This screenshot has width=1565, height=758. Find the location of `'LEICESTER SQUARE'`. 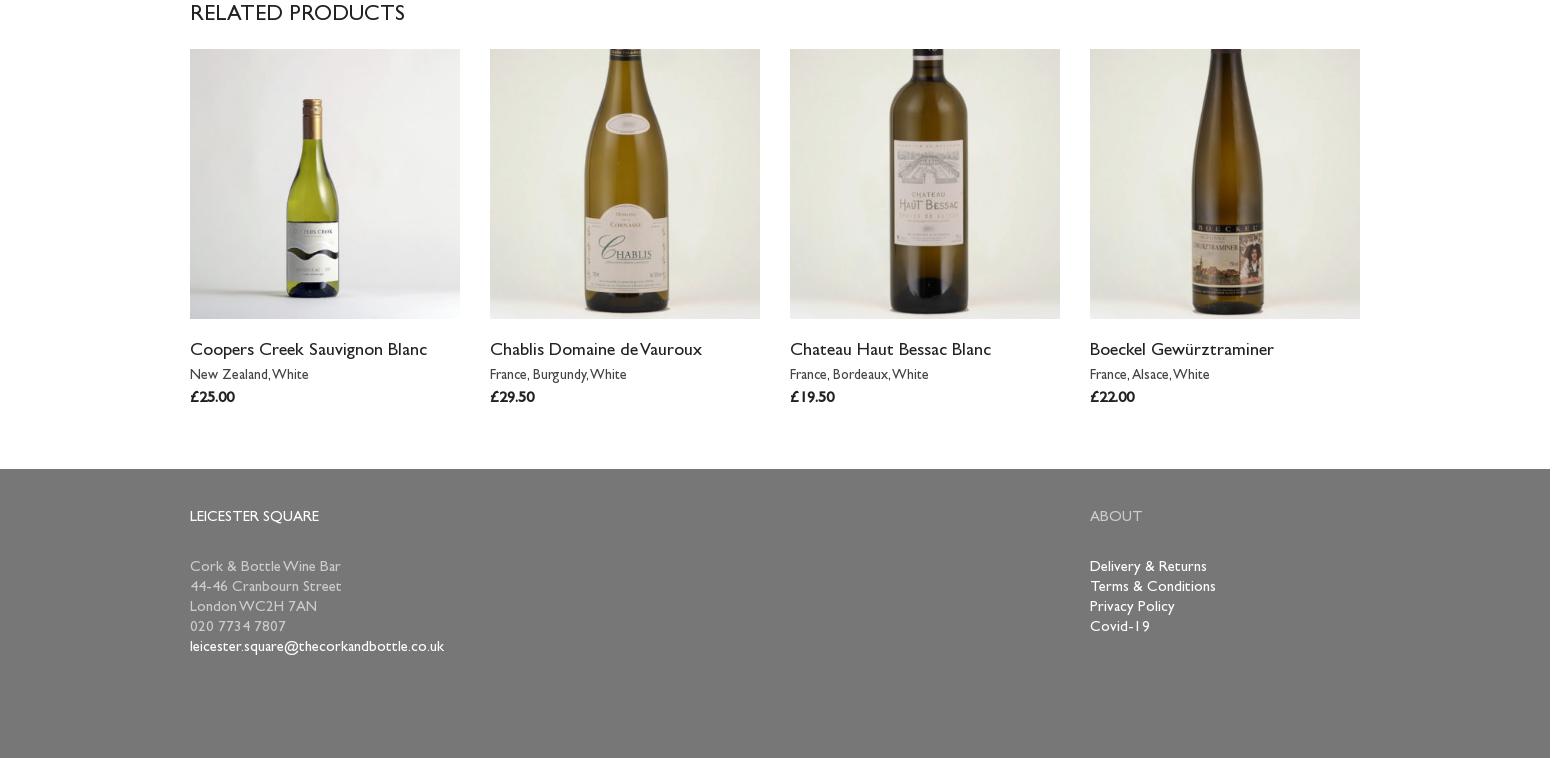

'LEICESTER SQUARE' is located at coordinates (189, 517).